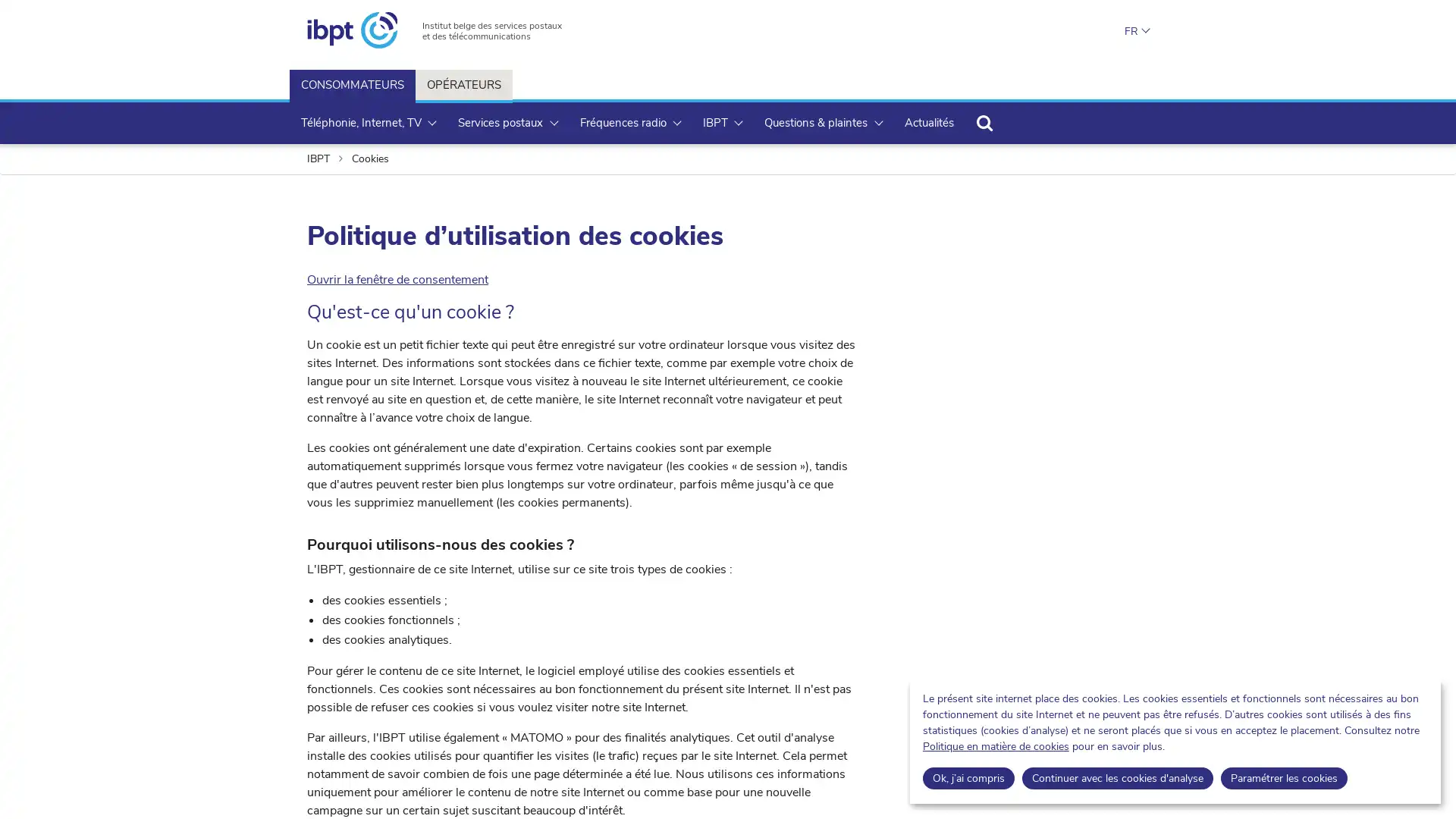 This screenshot has height=819, width=1456. Describe the element at coordinates (967, 778) in the screenshot. I see `Ok, jai compris` at that location.